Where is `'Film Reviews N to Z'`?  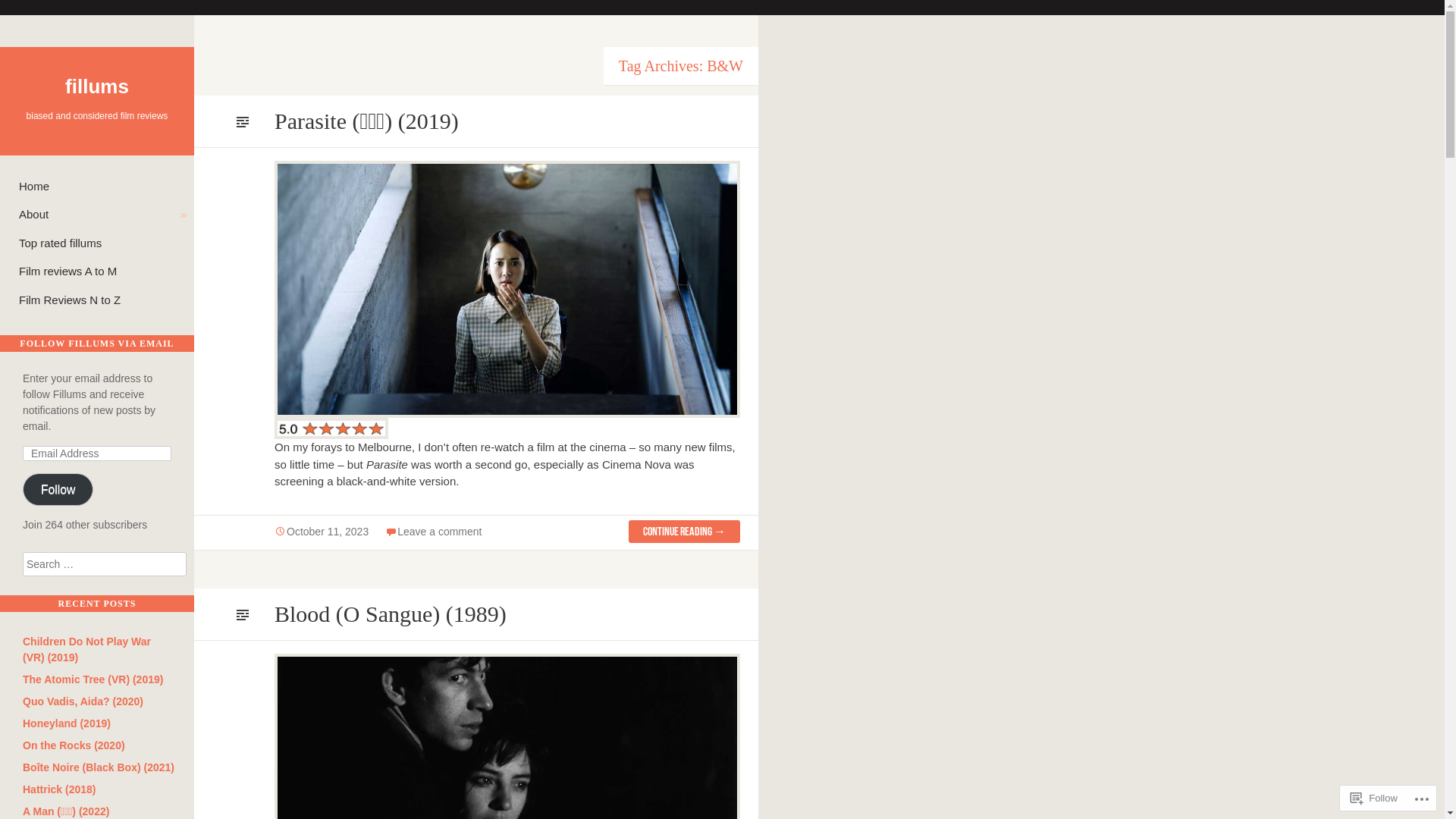 'Film Reviews N to Z' is located at coordinates (102, 300).